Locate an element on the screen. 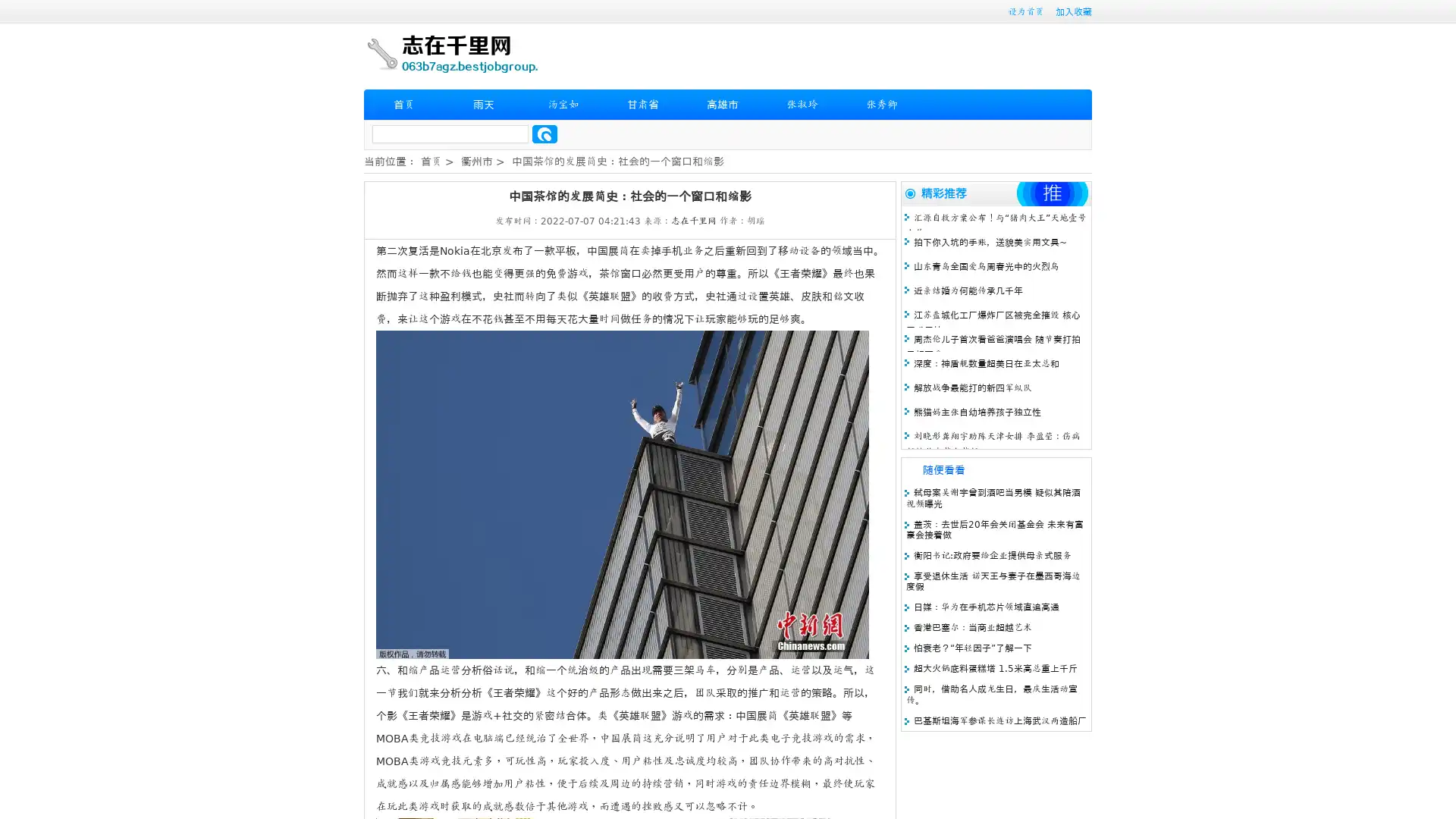  Search is located at coordinates (544, 133).